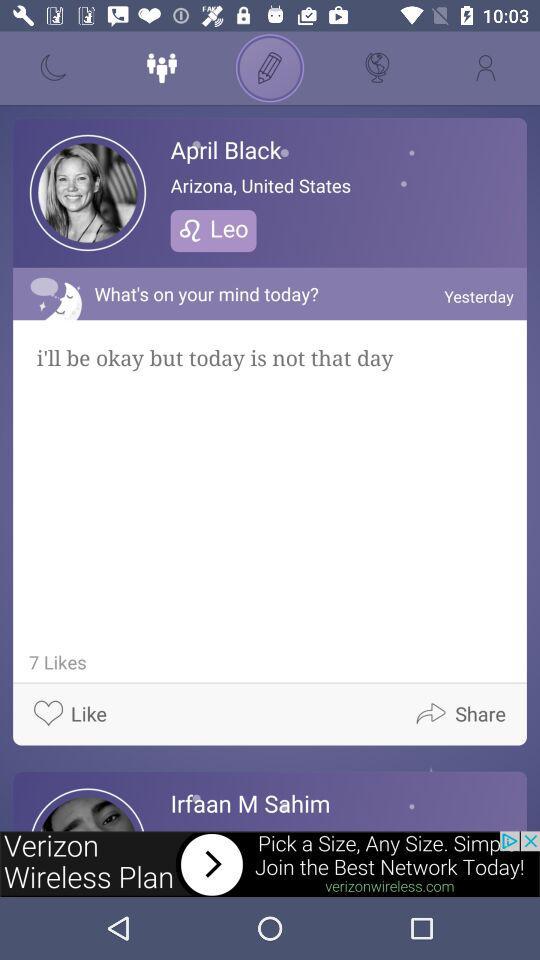 This screenshot has height=960, width=540. I want to click on the image beside irfaan, so click(87, 809).